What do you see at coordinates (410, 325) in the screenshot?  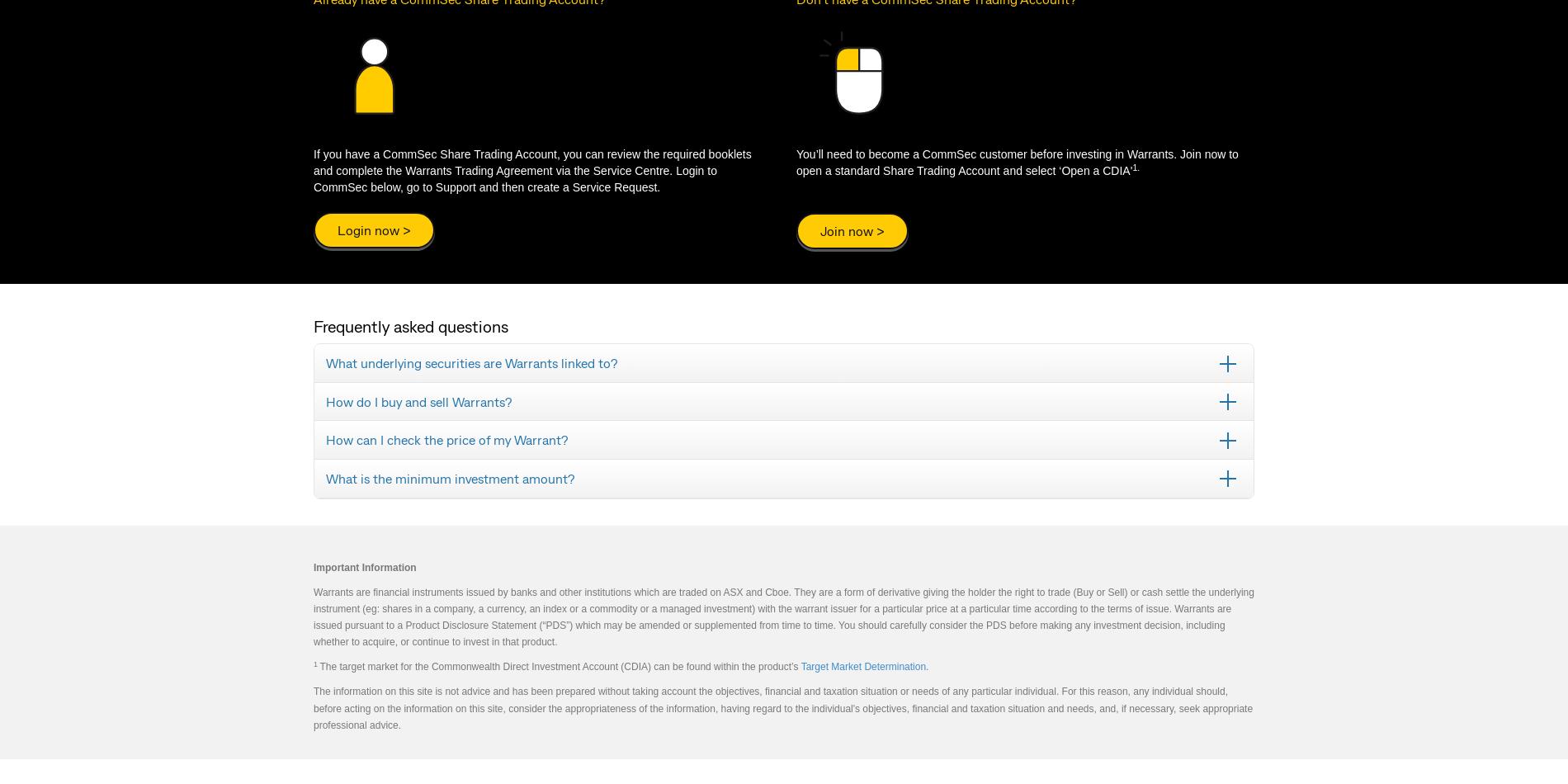 I see `'Frequently asked questions'` at bounding box center [410, 325].